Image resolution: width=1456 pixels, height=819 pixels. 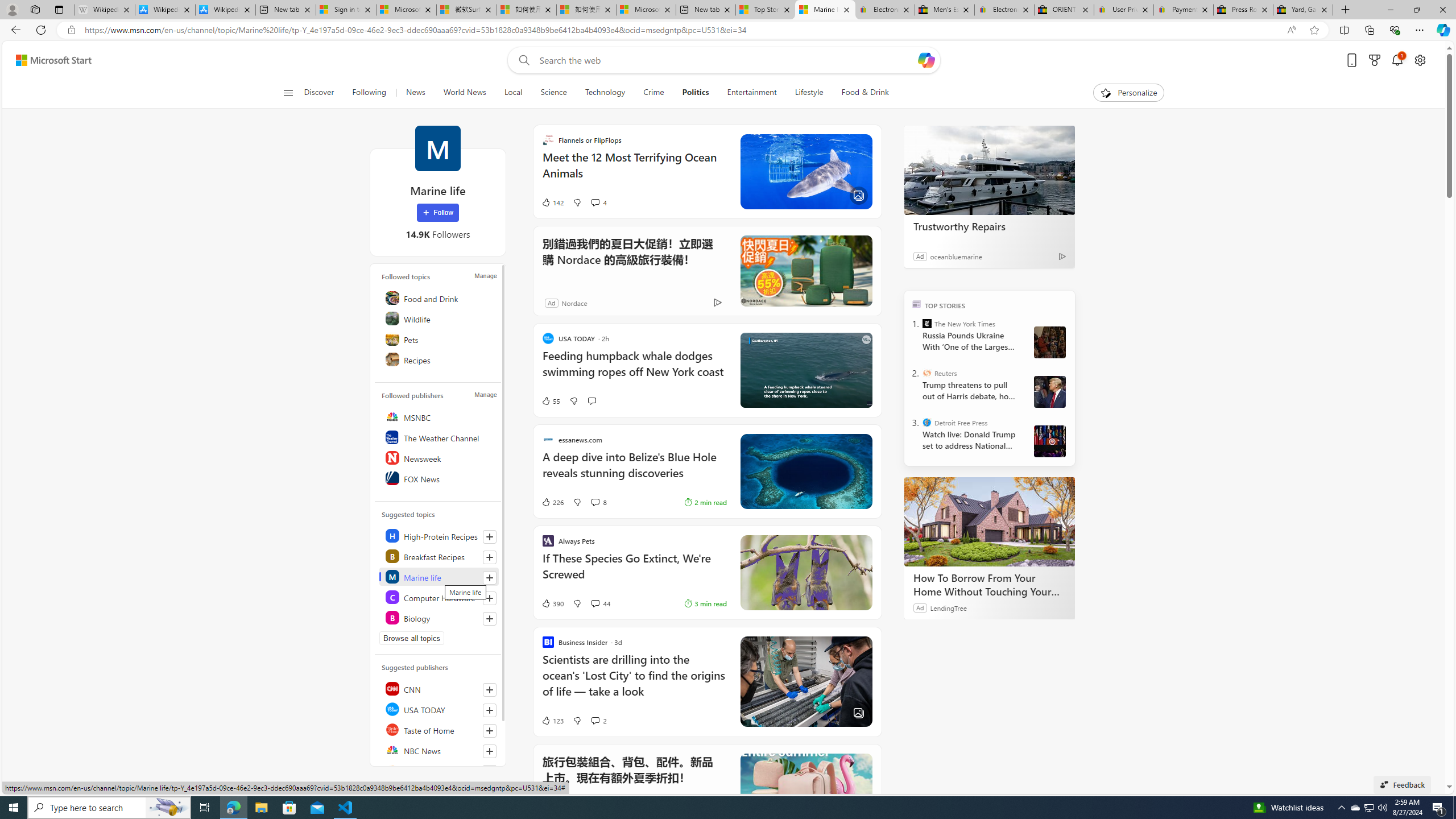 I want to click on 'View comments 2 Comment', so click(x=598, y=721).